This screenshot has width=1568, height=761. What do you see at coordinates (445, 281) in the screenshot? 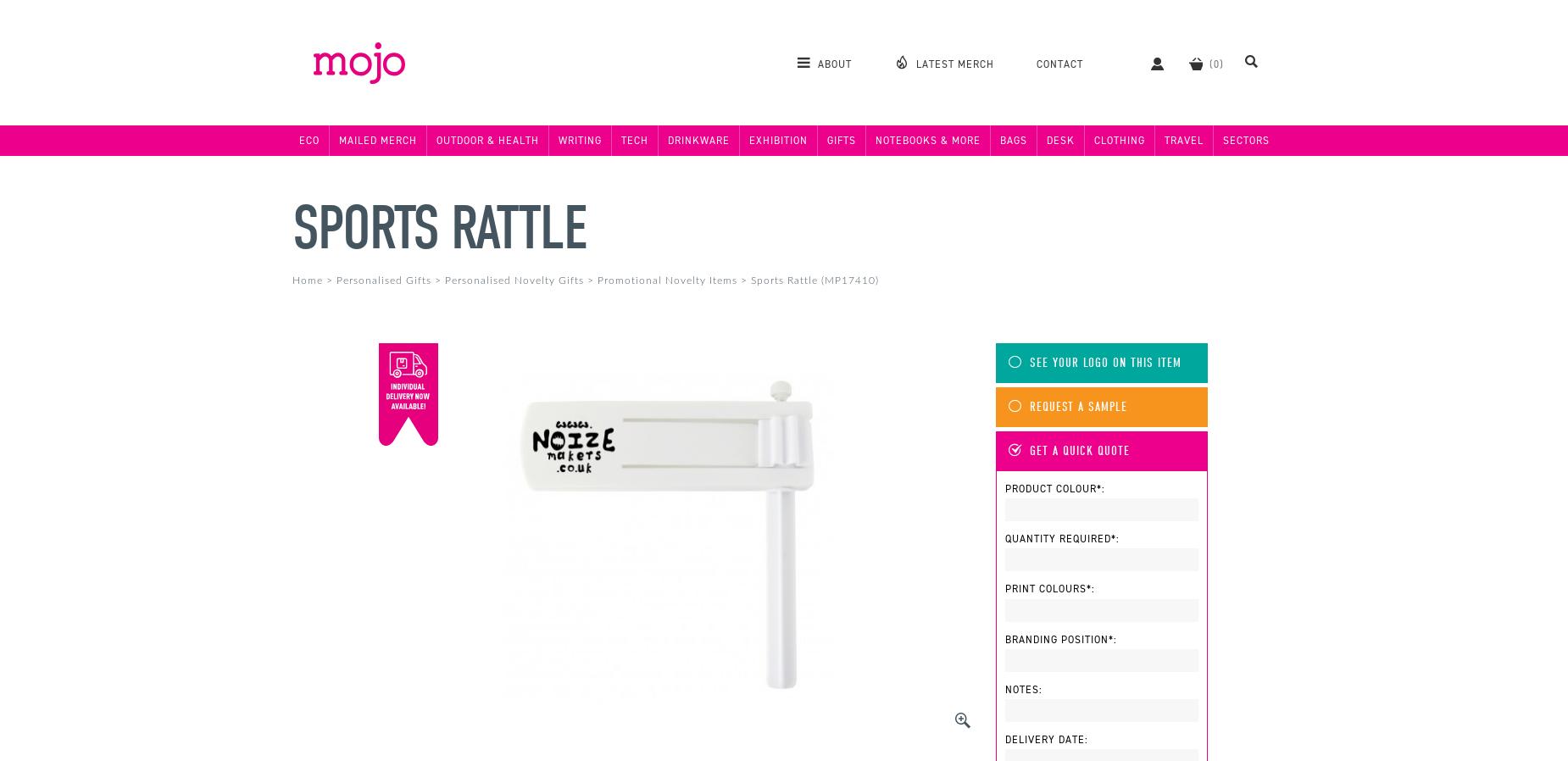
I see `'Personalised Novelty Gifts'` at bounding box center [445, 281].